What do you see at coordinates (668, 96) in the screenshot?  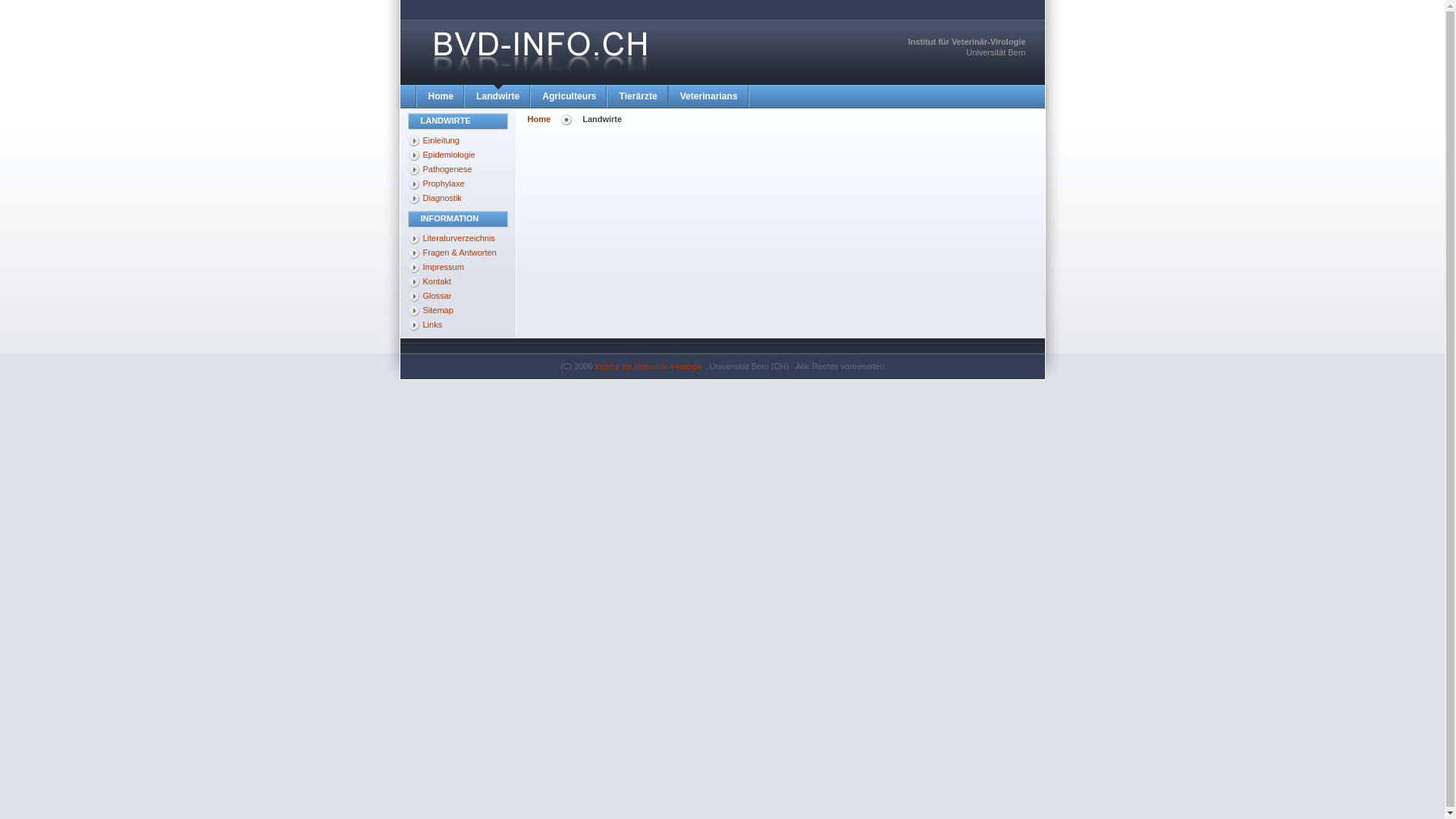 I see `'Veterinarians'` at bounding box center [668, 96].